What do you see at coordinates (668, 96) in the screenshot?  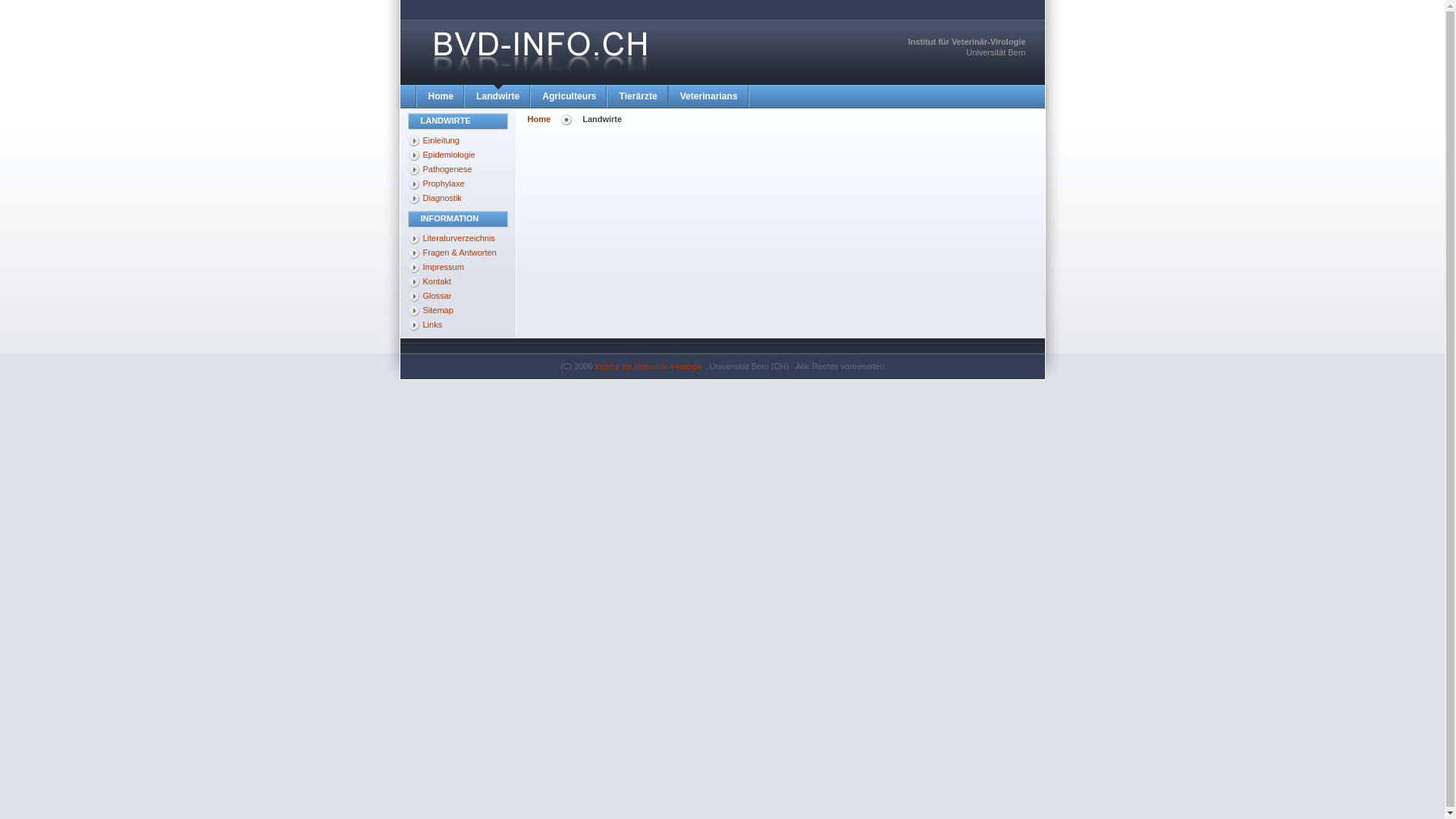 I see `'Veterinarians'` at bounding box center [668, 96].